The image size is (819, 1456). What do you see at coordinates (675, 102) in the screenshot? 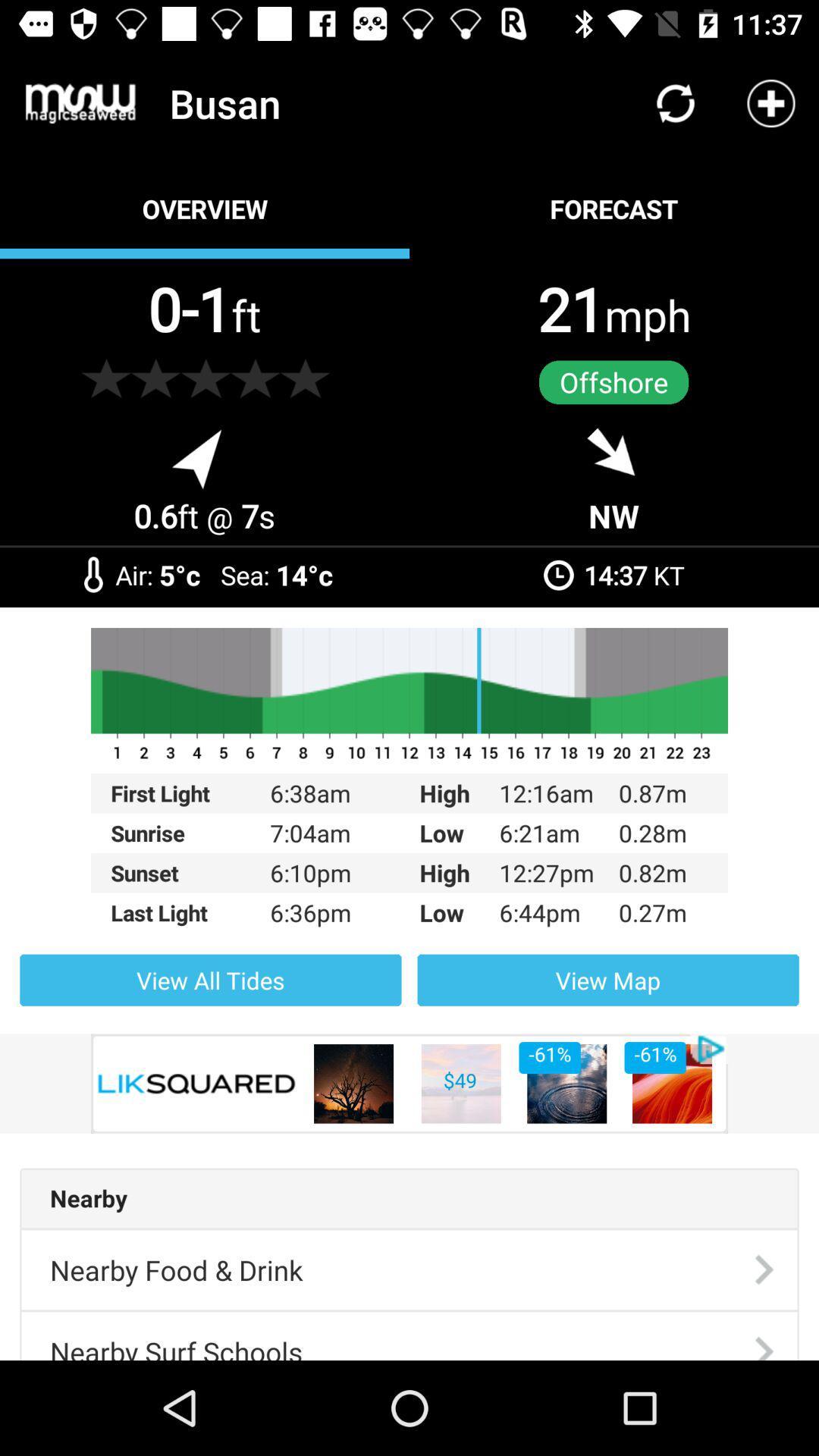
I see `icon above forecast icon` at bounding box center [675, 102].